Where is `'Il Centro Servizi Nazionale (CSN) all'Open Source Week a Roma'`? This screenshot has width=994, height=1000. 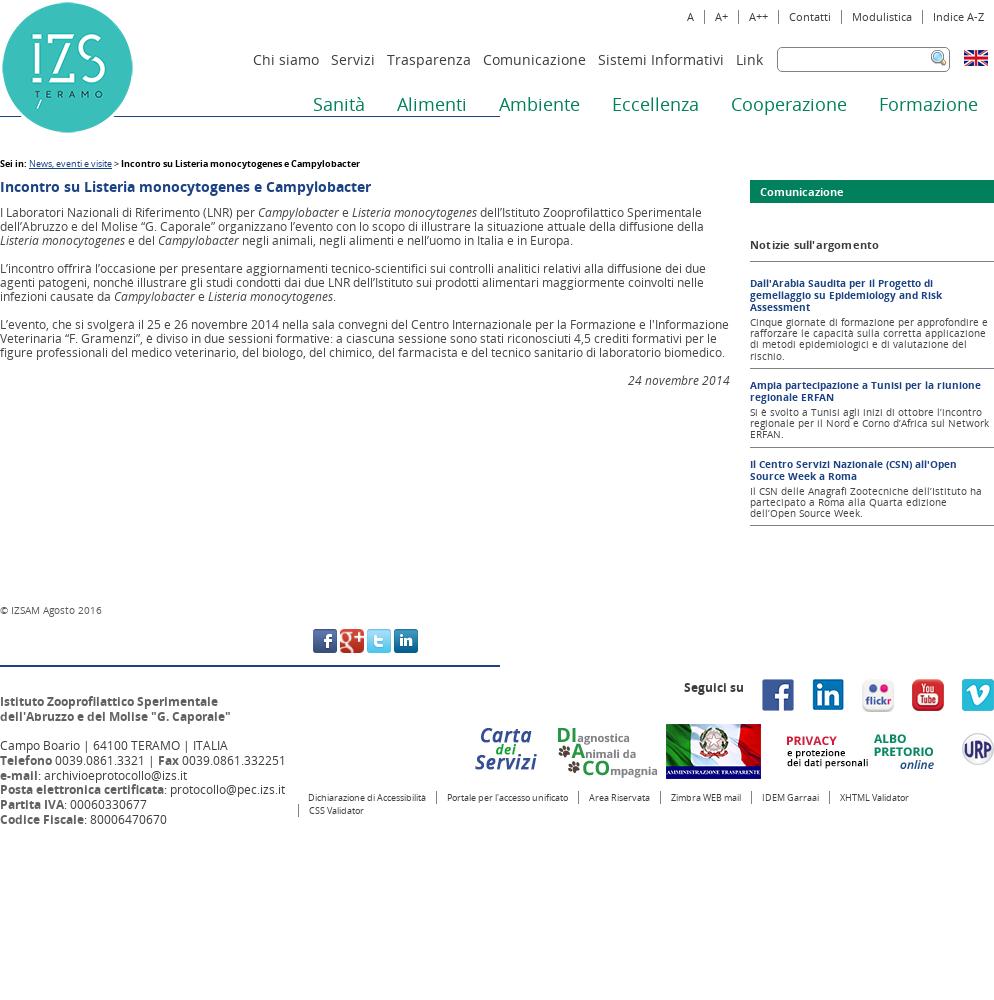 'Il Centro Servizi Nazionale (CSN) all'Open Source Week a Roma' is located at coordinates (853, 468).